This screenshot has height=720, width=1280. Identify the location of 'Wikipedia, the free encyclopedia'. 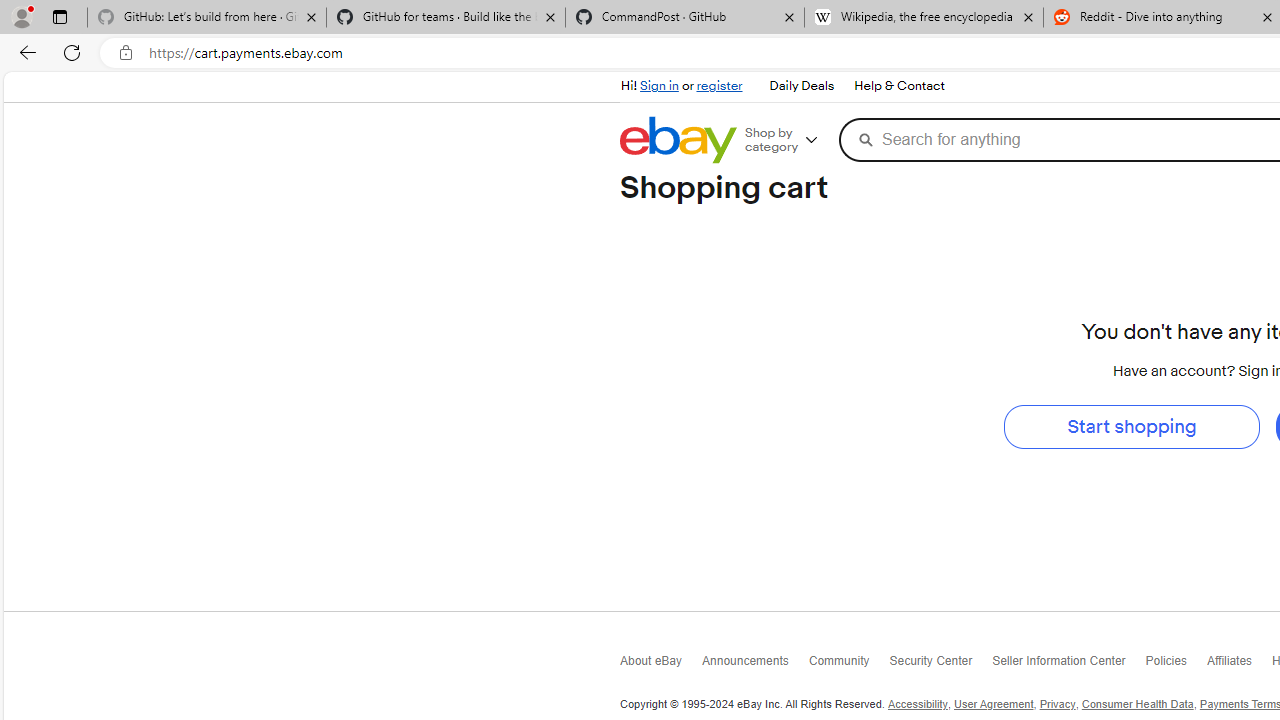
(923, 17).